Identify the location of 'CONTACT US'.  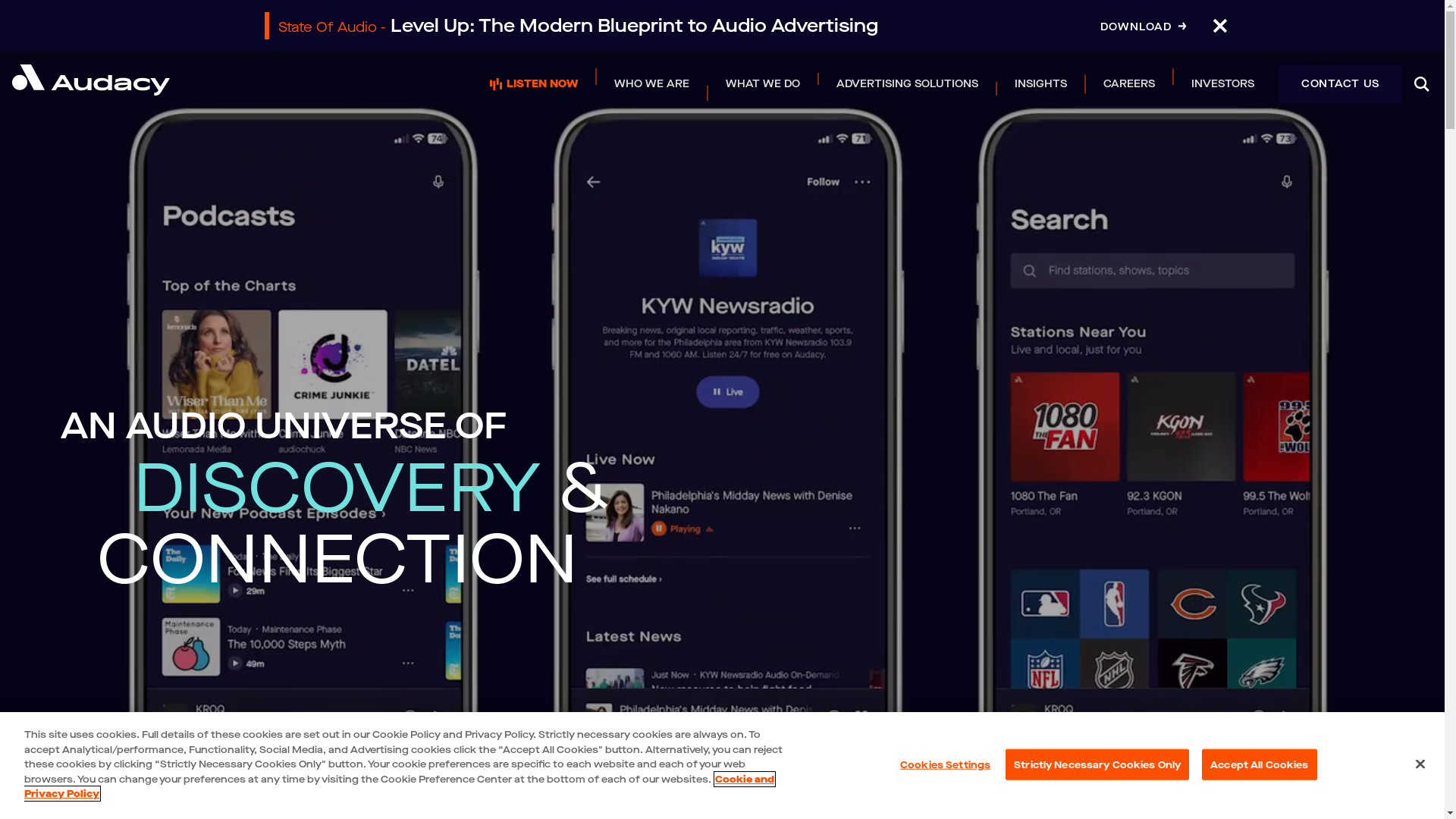
(1277, 84).